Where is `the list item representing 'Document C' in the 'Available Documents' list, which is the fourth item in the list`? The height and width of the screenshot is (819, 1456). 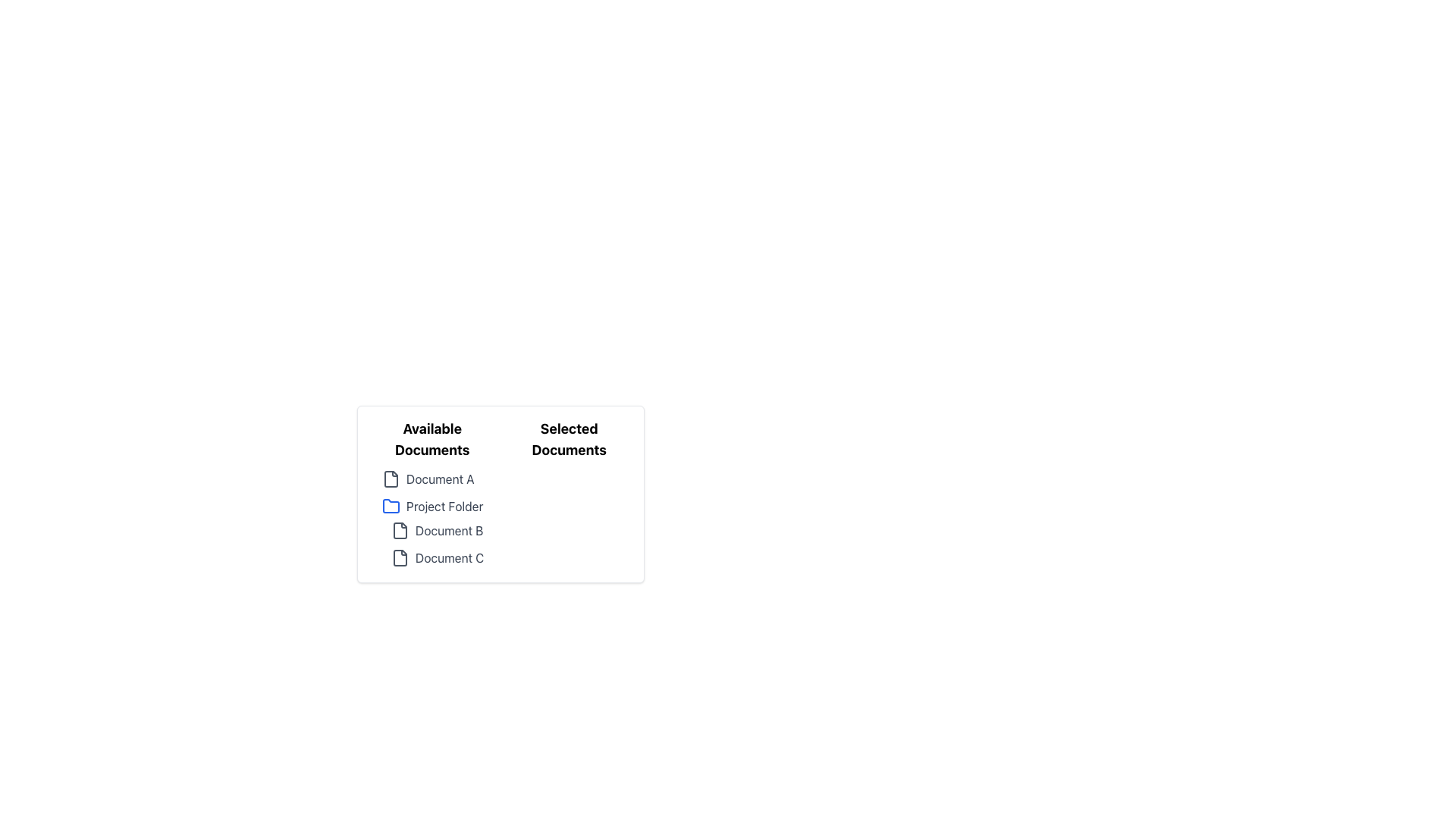 the list item representing 'Document C' in the 'Available Documents' list, which is the fourth item in the list is located at coordinates (441, 558).